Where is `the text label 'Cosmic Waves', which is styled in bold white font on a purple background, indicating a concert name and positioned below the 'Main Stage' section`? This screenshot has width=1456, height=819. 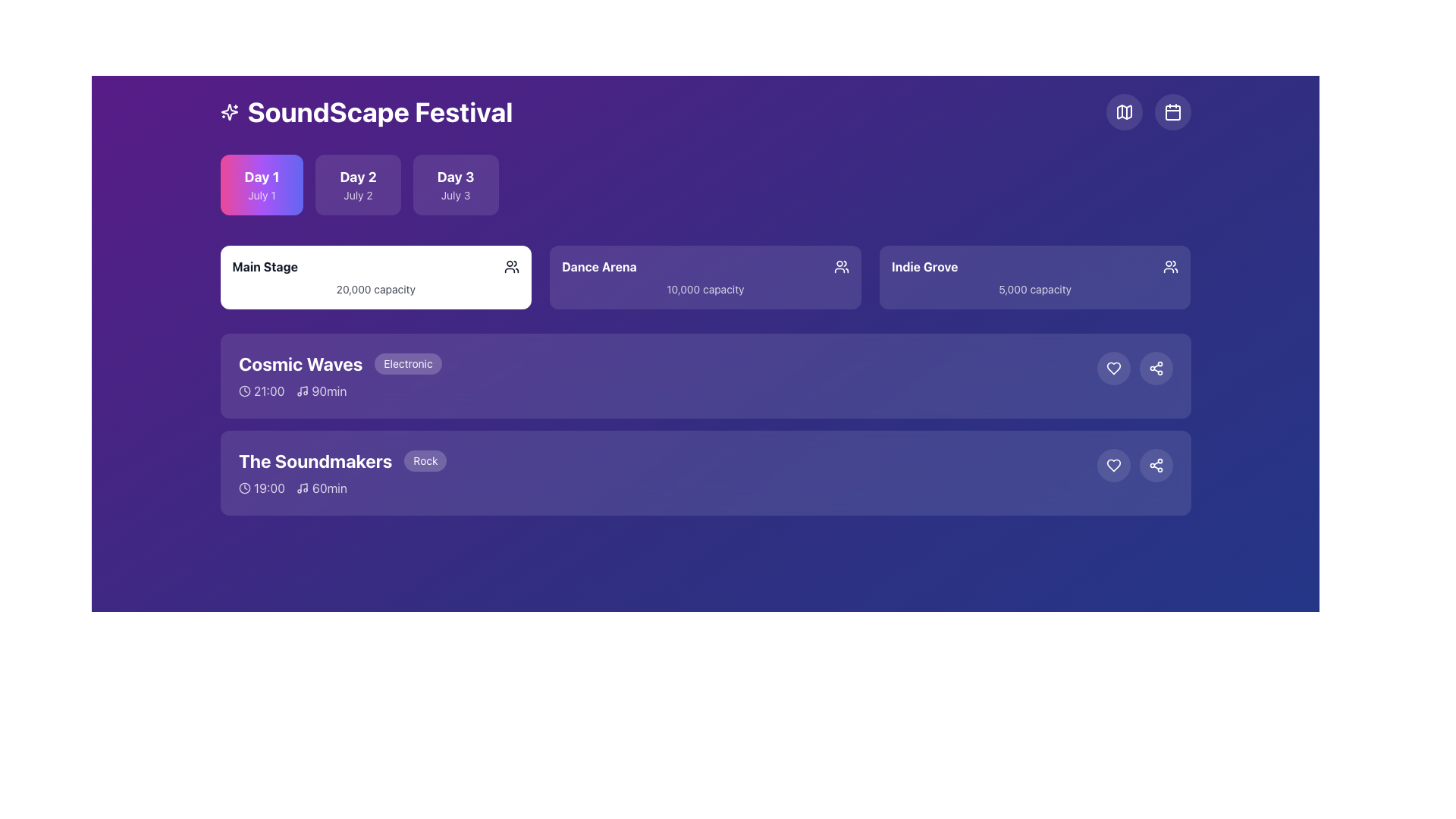 the text label 'Cosmic Waves', which is styled in bold white font on a purple background, indicating a concert name and positioned below the 'Main Stage' section is located at coordinates (300, 363).